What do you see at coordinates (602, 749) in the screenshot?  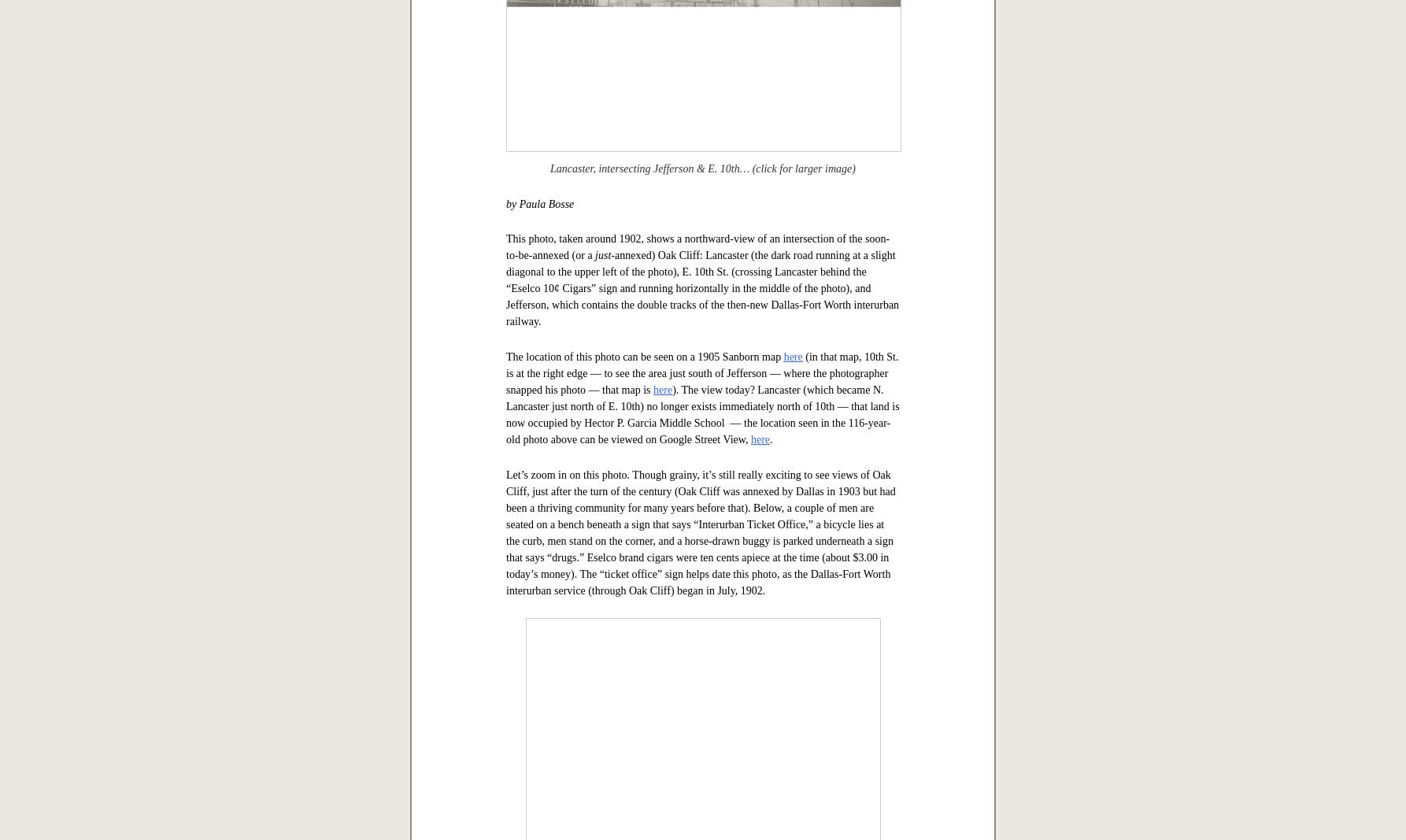 I see `'just'` at bounding box center [602, 749].